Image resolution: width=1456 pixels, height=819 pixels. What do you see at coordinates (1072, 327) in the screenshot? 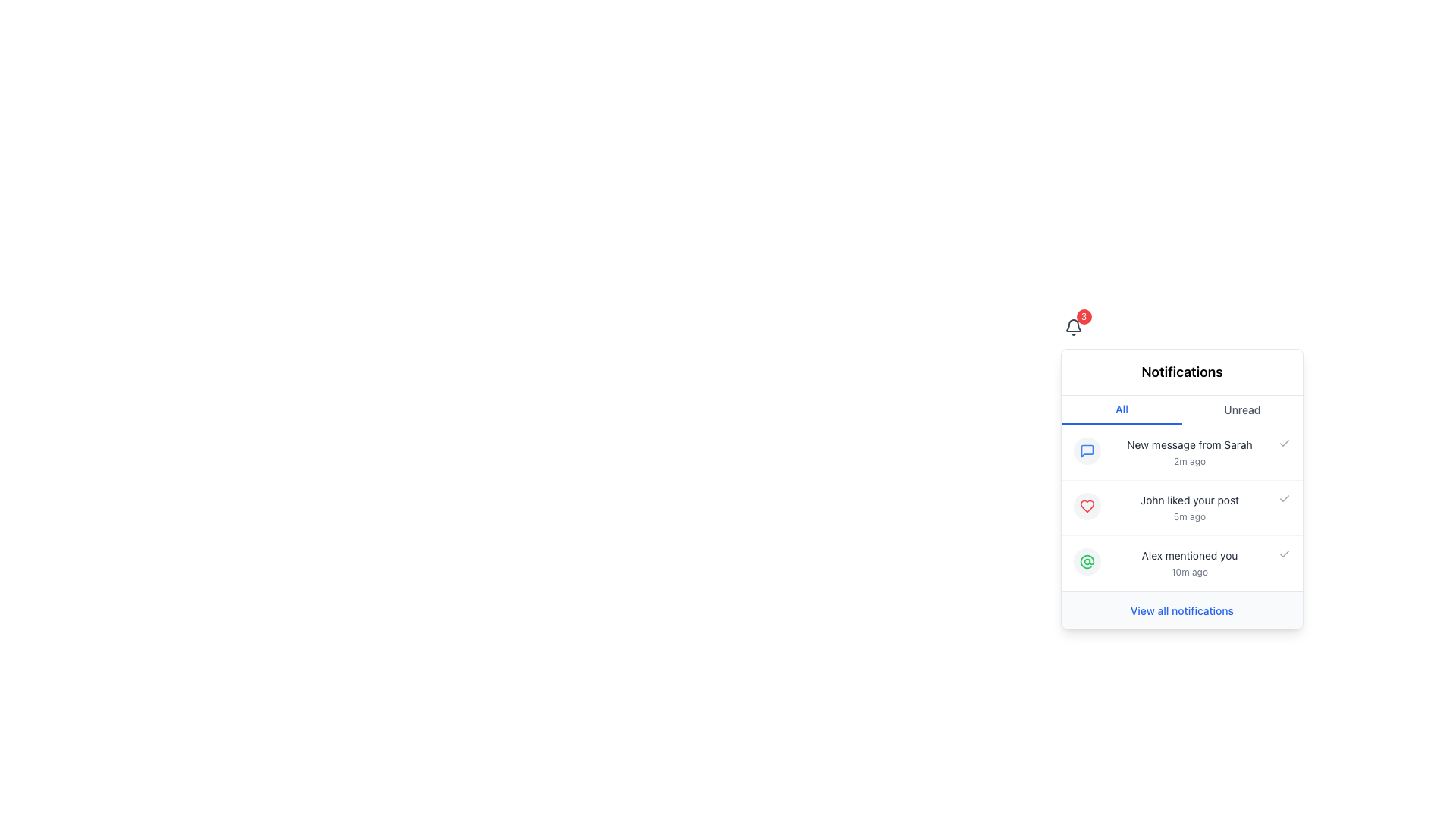
I see `the bell icon located in the top-right corner of the notification toggle, which signifies notifications` at bounding box center [1072, 327].